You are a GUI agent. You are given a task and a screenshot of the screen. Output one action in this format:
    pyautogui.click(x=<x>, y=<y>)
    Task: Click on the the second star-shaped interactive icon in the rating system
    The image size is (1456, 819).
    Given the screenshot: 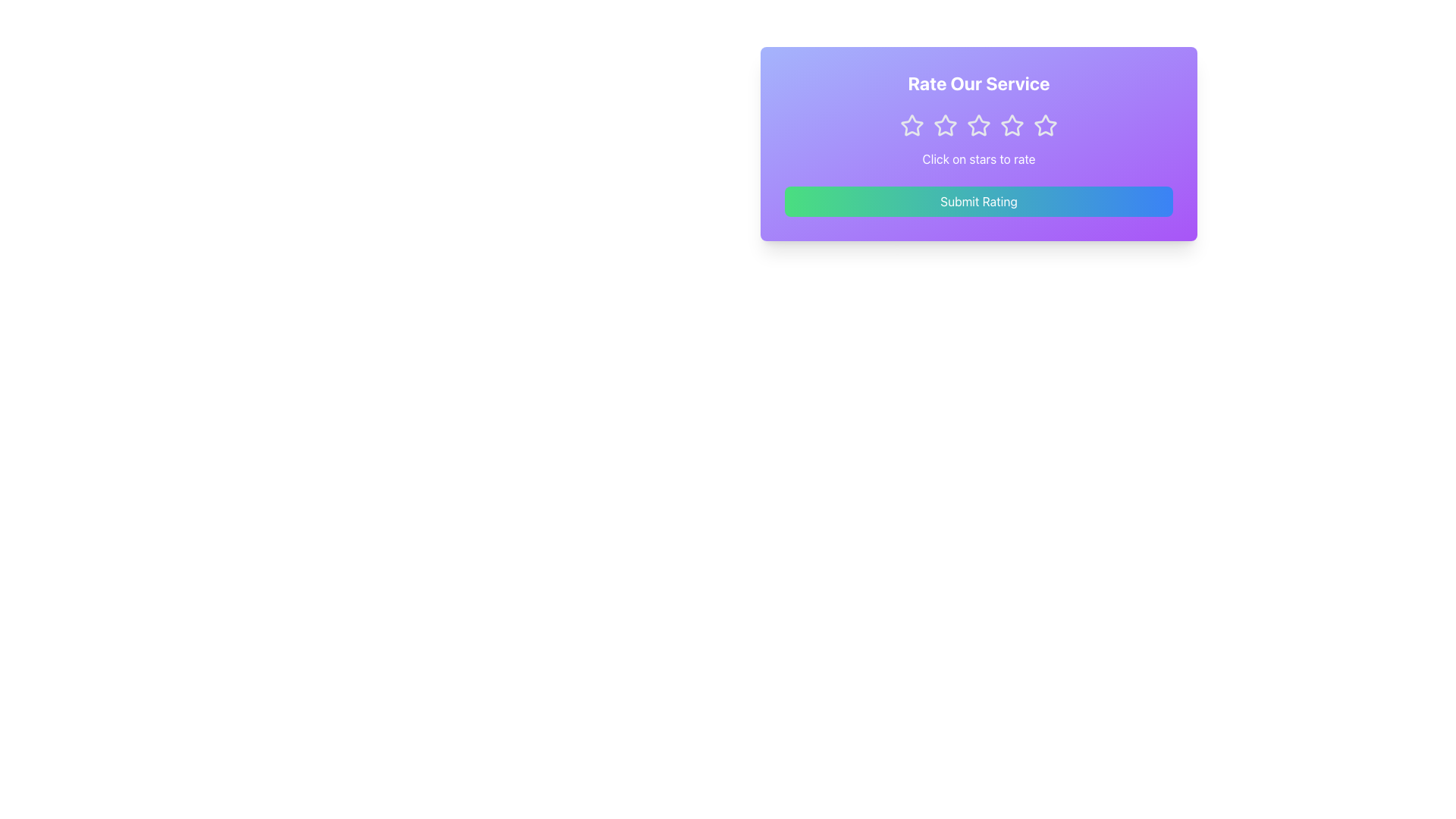 What is the action you would take?
    pyautogui.click(x=978, y=124)
    